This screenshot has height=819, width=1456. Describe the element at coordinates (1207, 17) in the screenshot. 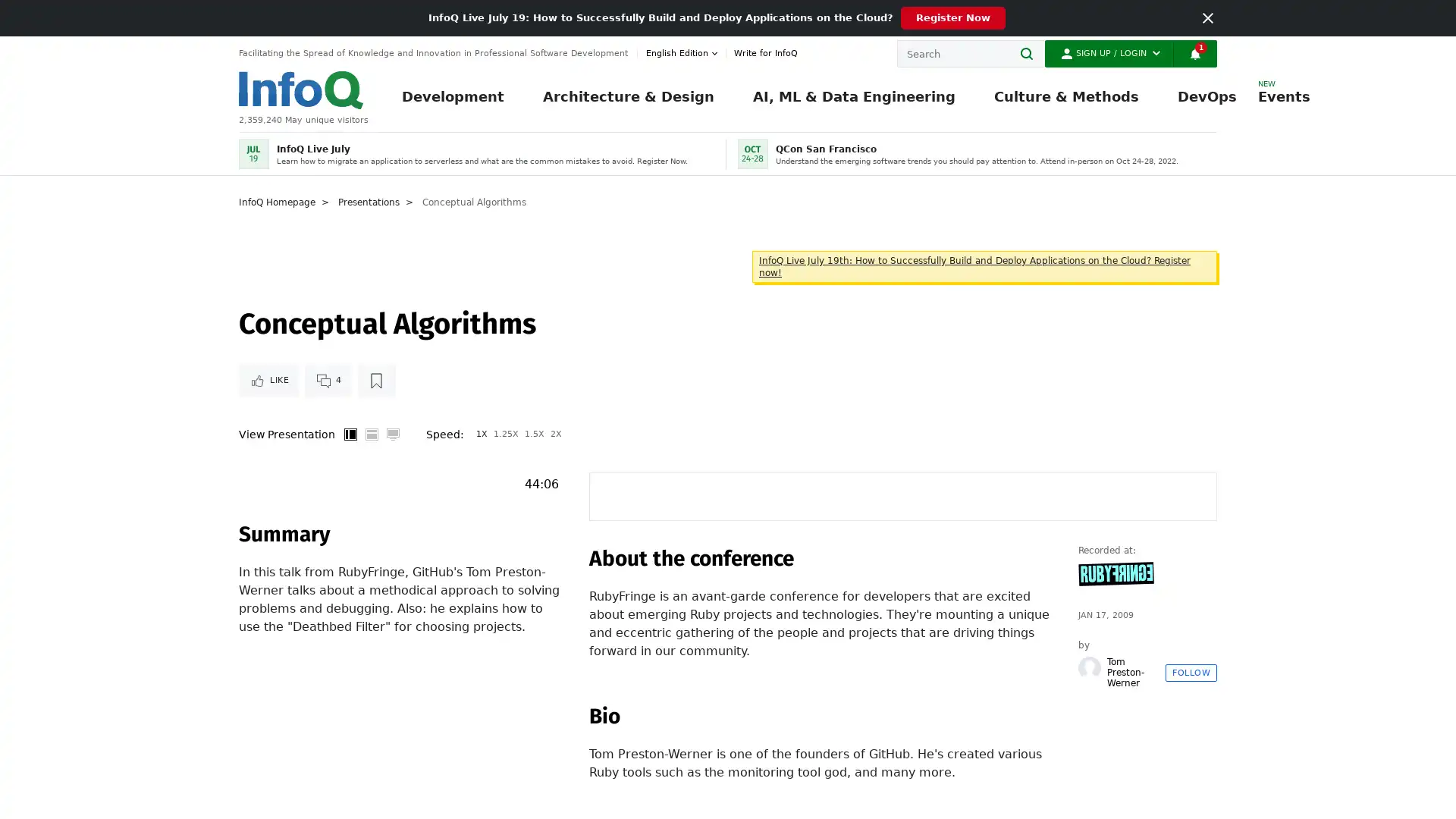

I see `Close` at that location.